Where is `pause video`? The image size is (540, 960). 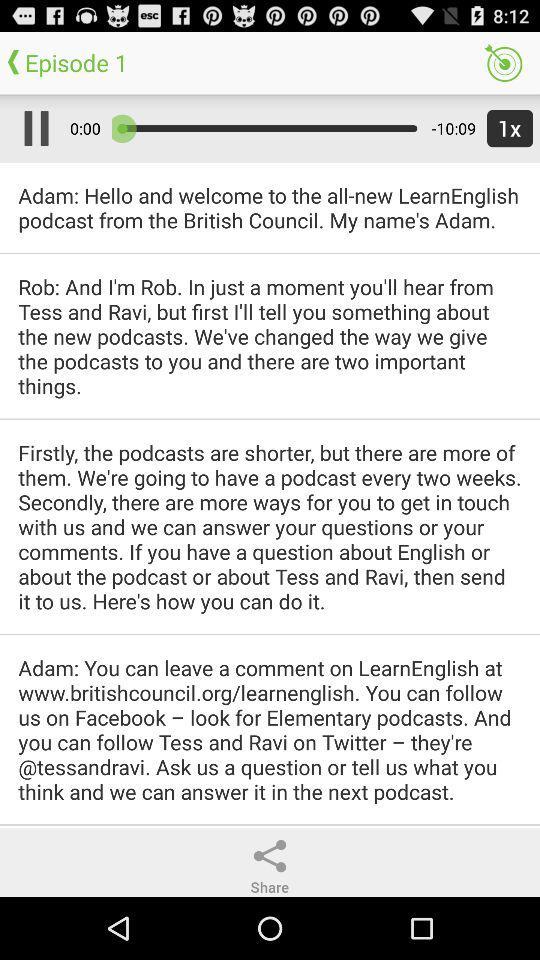
pause video is located at coordinates (31, 127).